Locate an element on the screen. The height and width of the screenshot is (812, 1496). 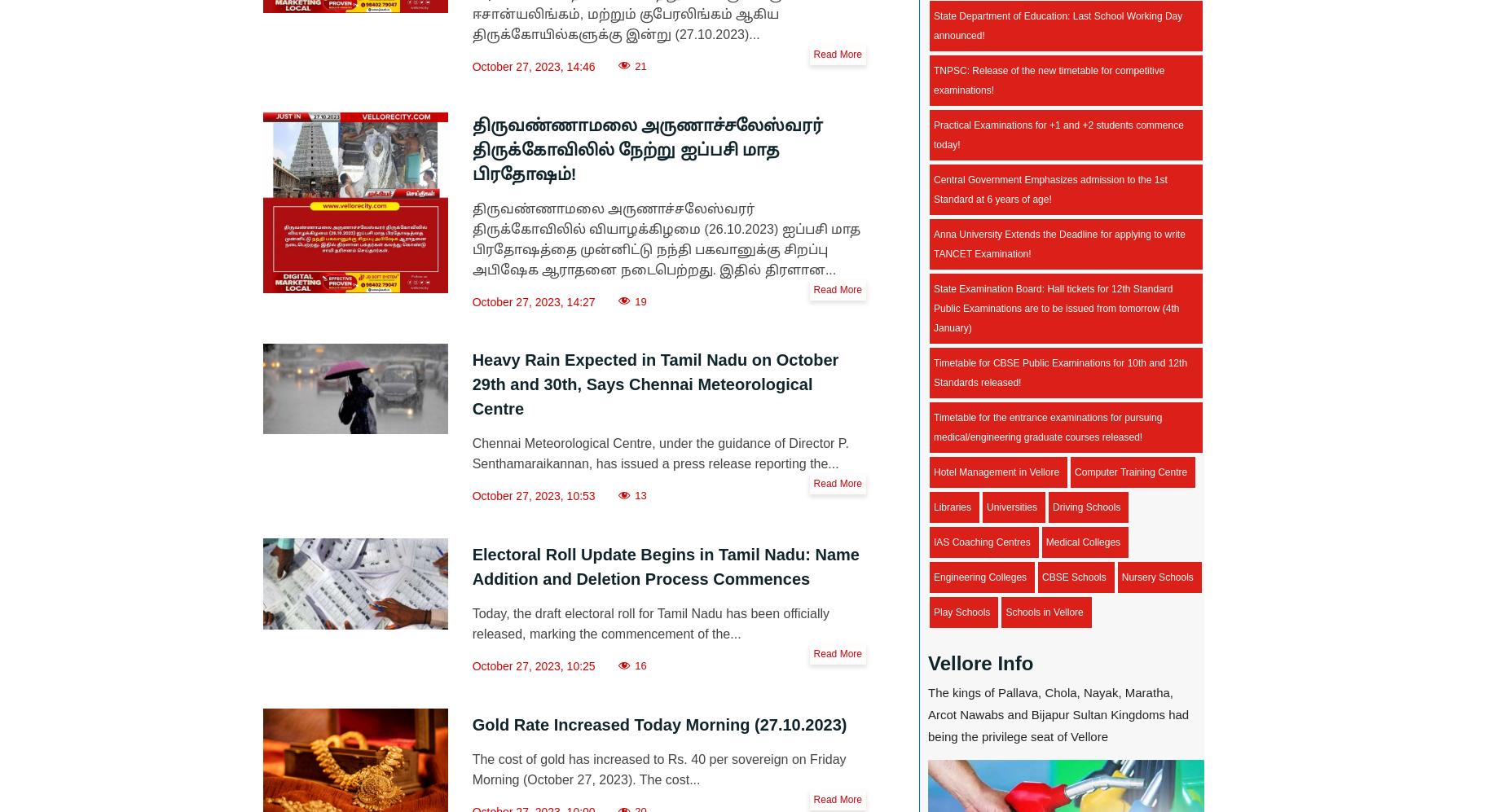
'IAS Coaching Centres' is located at coordinates (980, 542).